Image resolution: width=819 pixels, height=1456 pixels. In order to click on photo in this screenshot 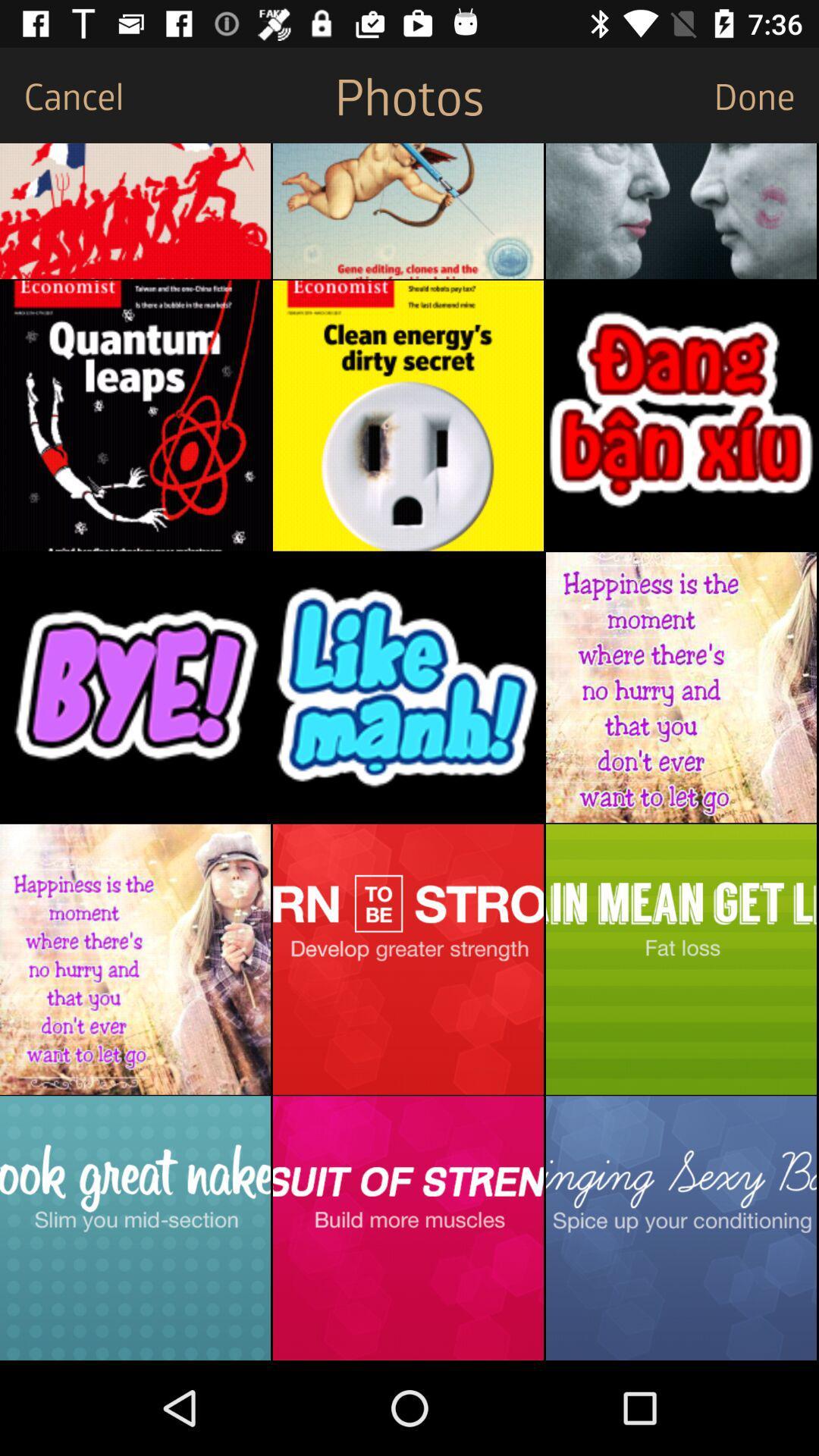, I will do `click(407, 416)`.